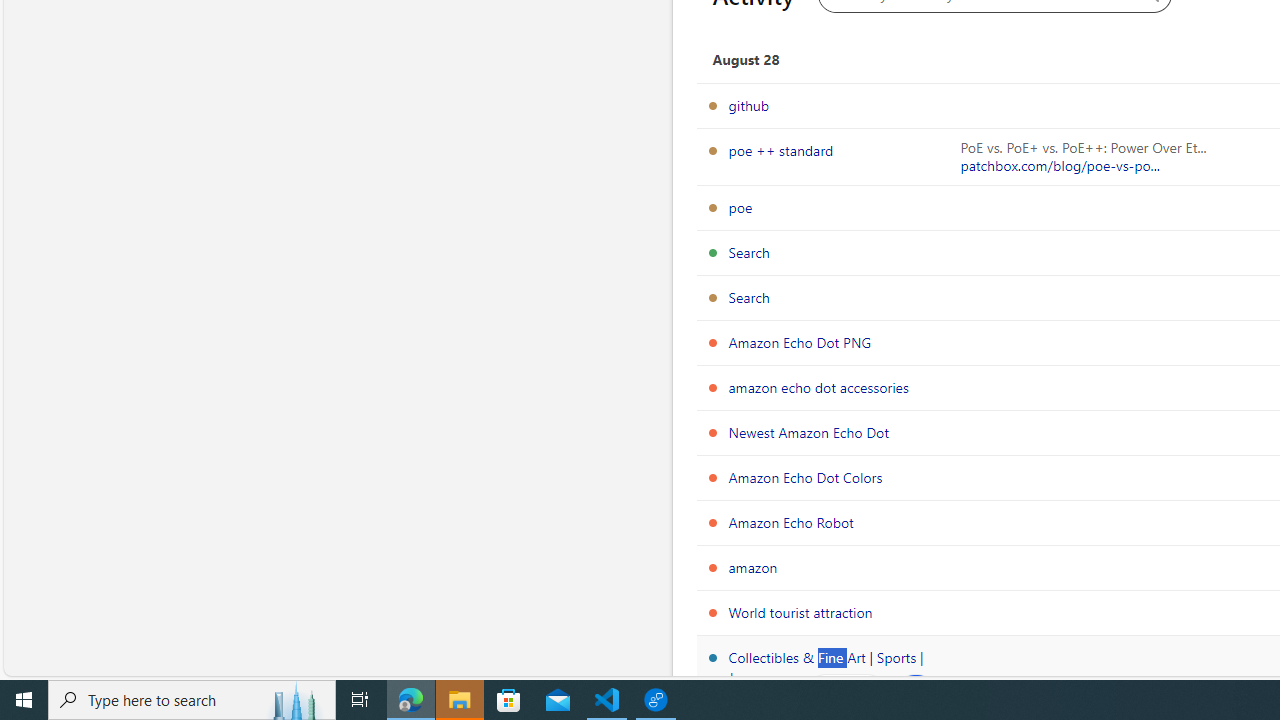 Image resolution: width=1280 pixels, height=720 pixels. Describe the element at coordinates (790, 521) in the screenshot. I see `'Amazon Echo Robot'` at that location.